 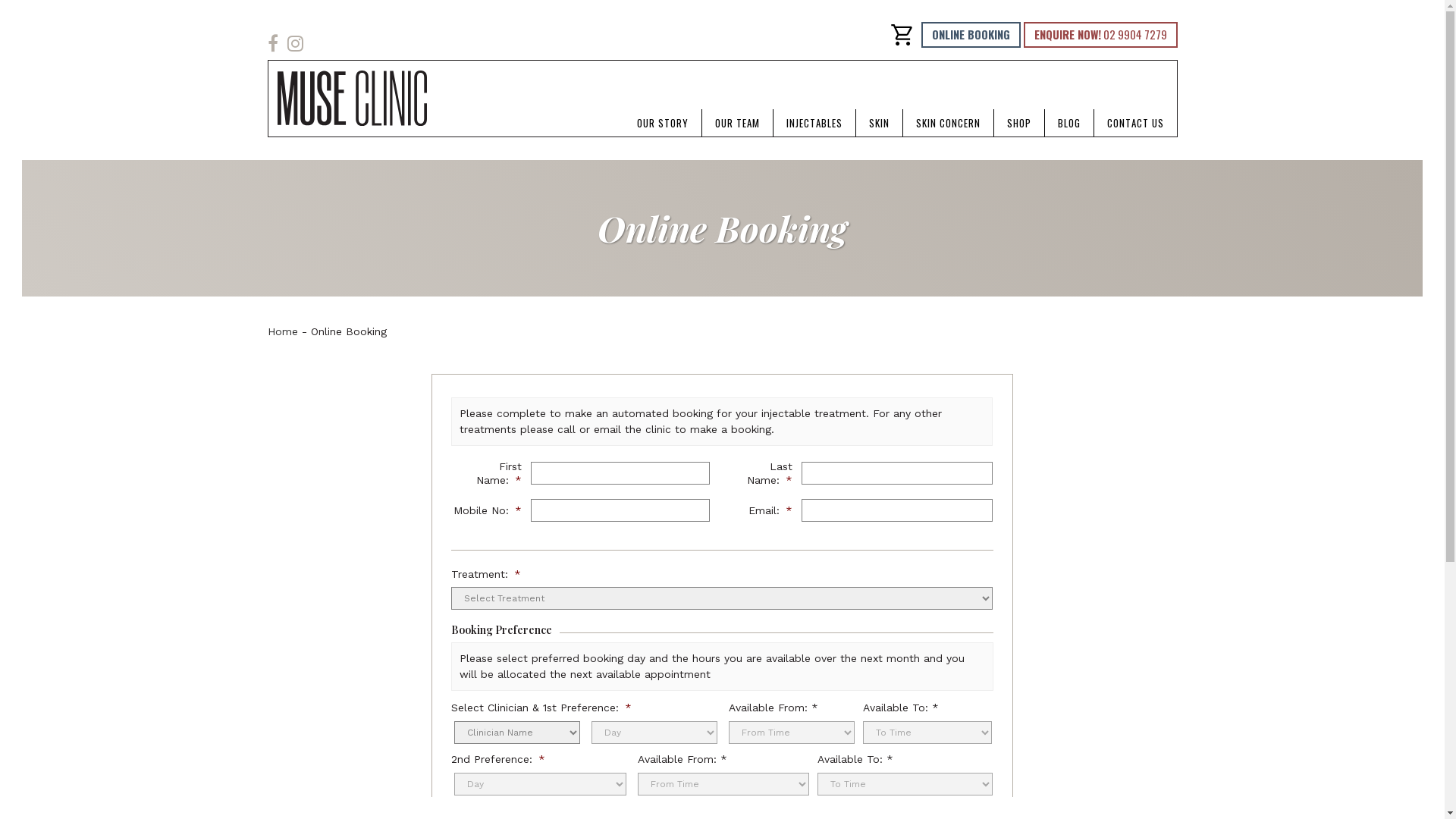 I want to click on 'Cart', so click(x=902, y=34).